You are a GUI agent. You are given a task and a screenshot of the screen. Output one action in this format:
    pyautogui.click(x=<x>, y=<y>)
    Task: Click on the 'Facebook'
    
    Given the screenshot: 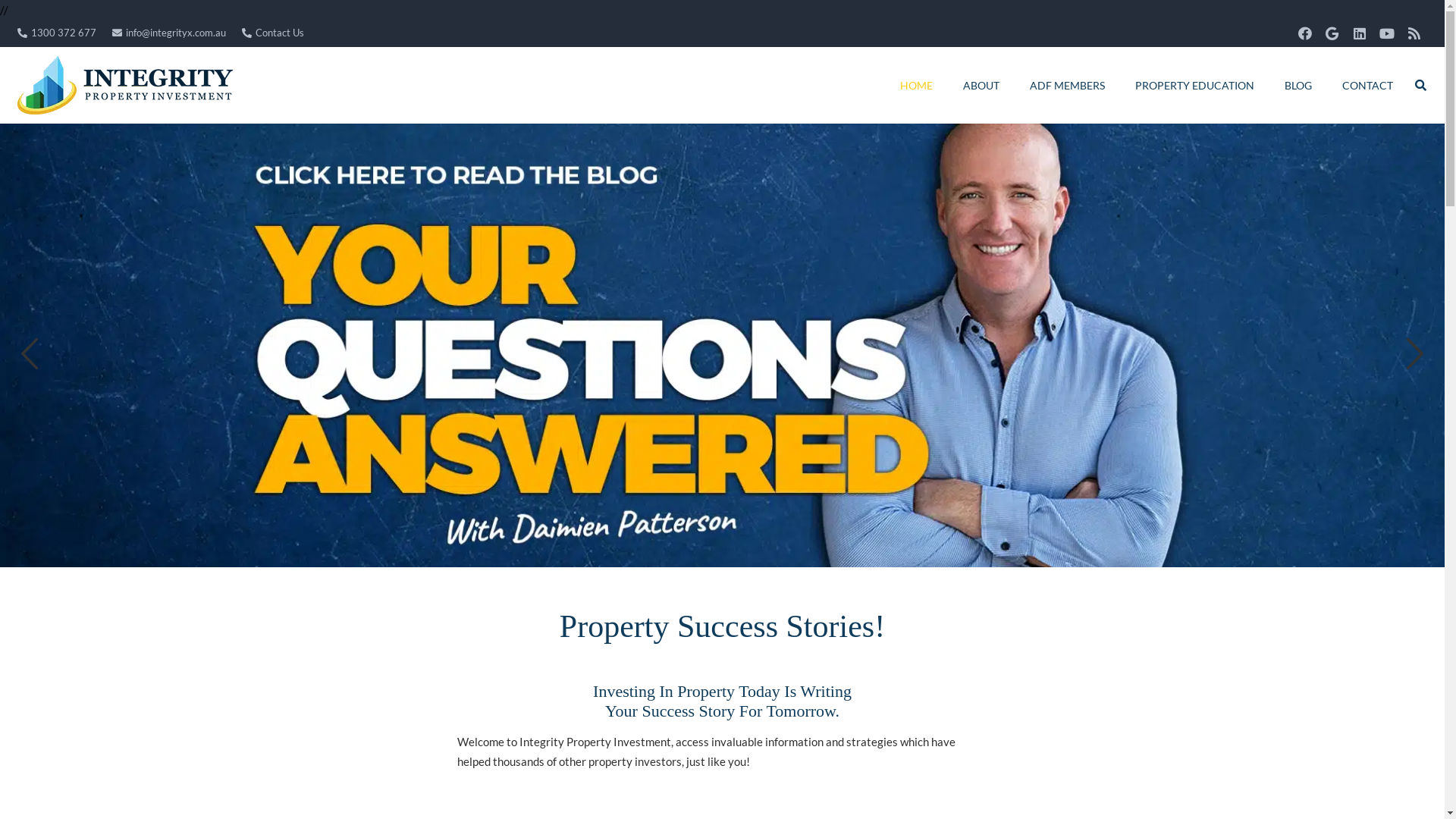 What is the action you would take?
    pyautogui.click(x=1303, y=33)
    